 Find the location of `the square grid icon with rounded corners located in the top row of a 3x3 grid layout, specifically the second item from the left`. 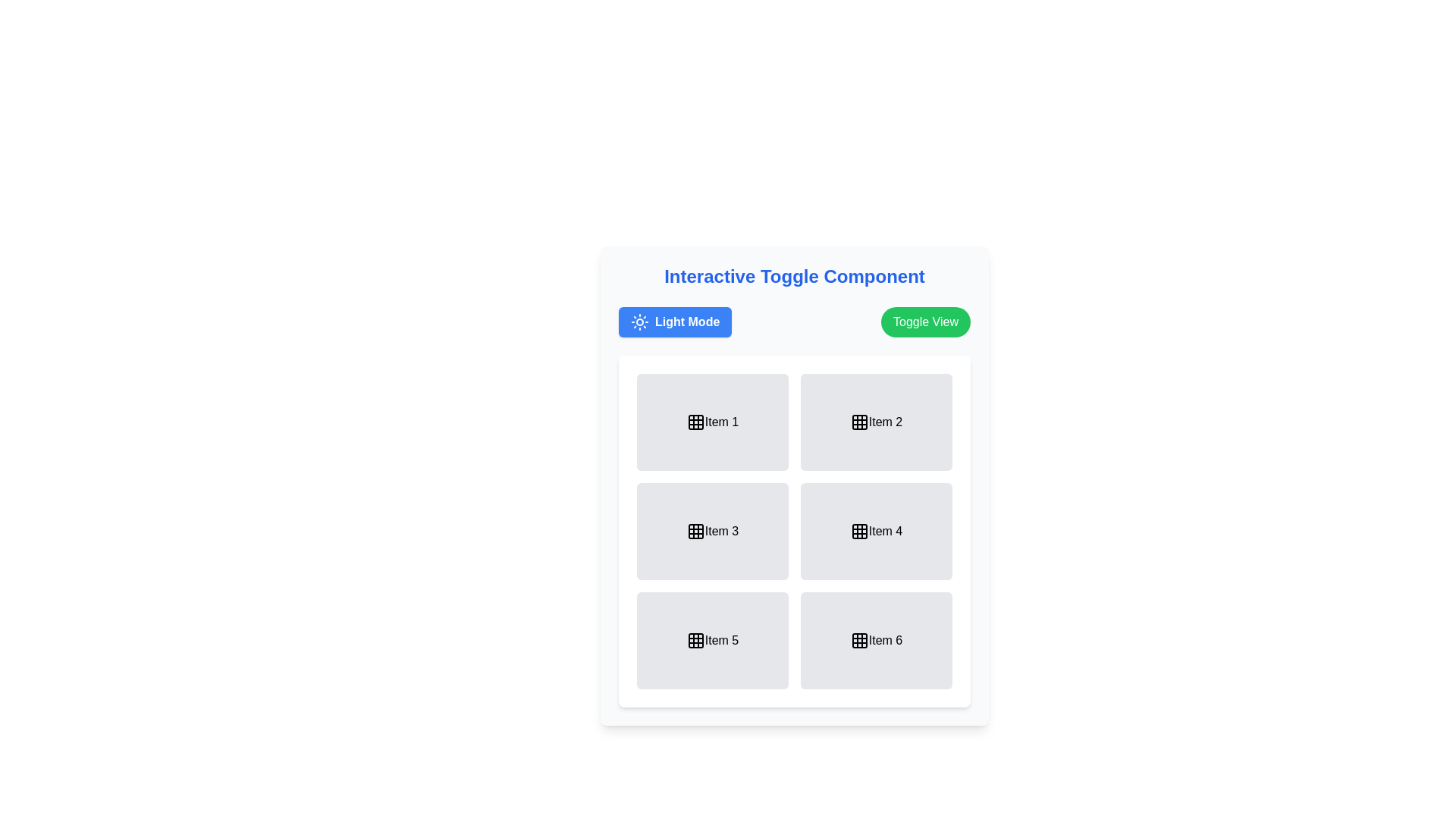

the square grid icon with rounded corners located in the top row of a 3x3 grid layout, specifically the second item from the left is located at coordinates (859, 422).